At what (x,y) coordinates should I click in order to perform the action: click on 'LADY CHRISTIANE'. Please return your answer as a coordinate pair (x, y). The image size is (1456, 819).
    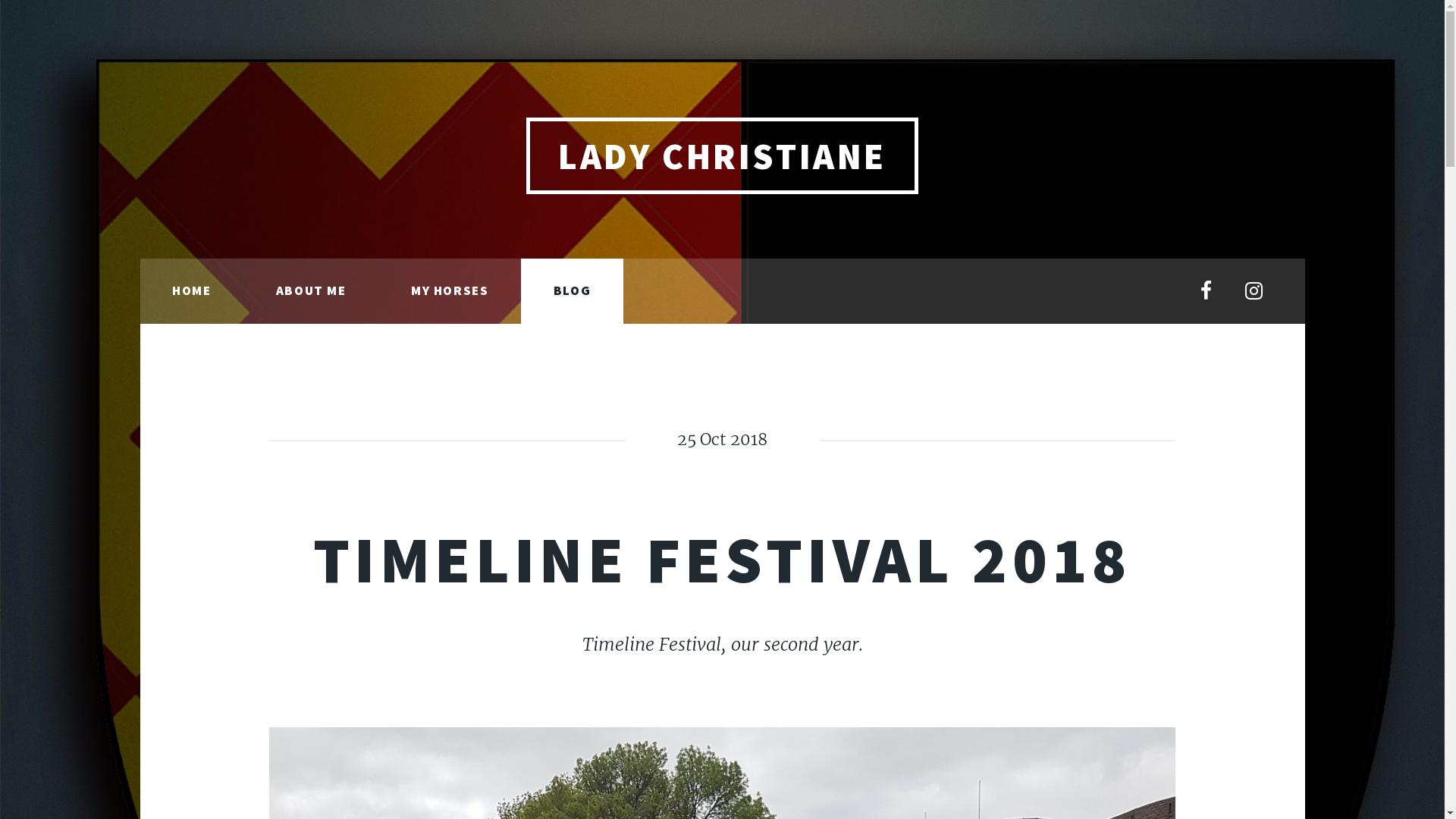
    Looking at the image, I should click on (722, 155).